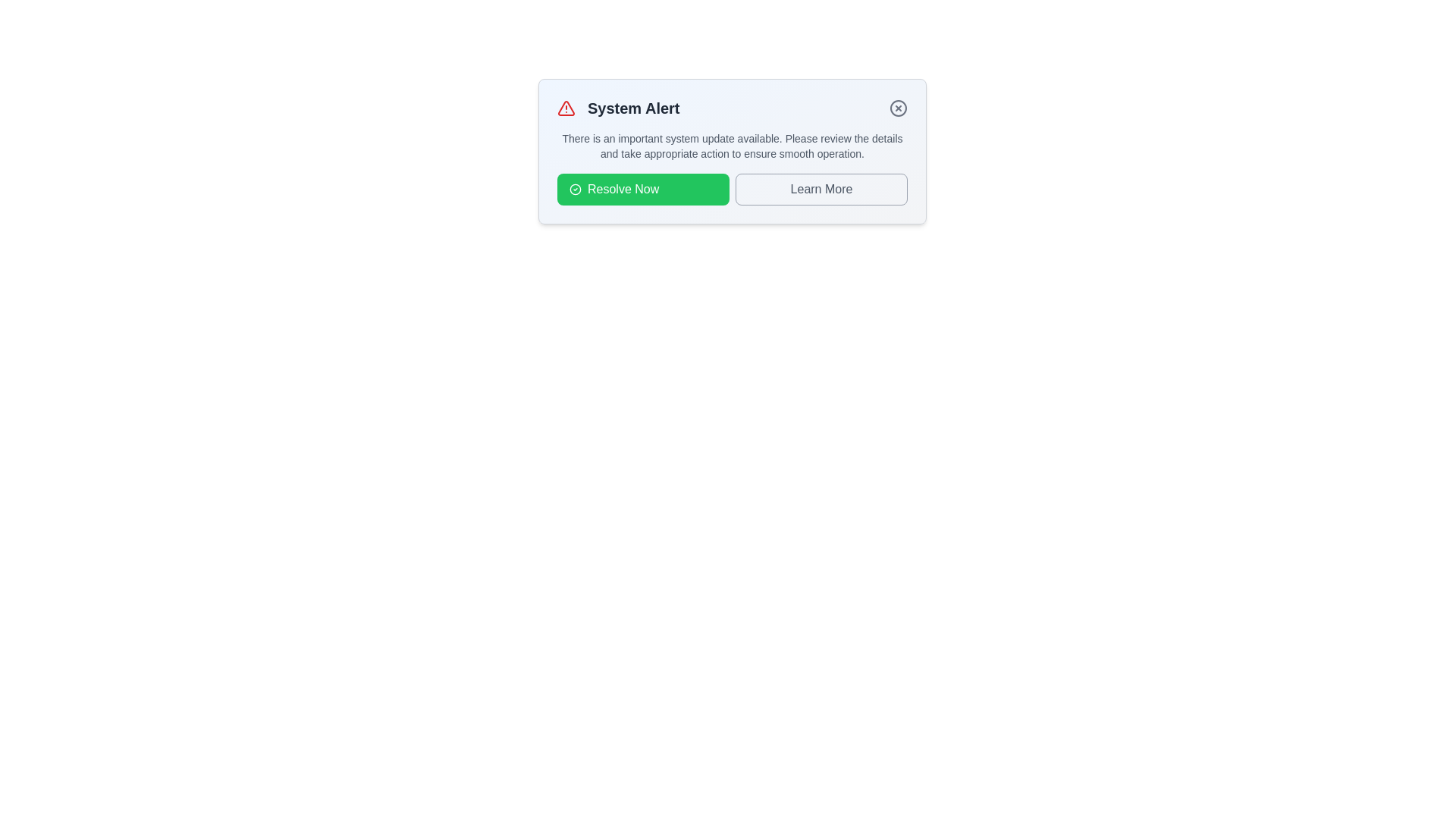 This screenshot has height=819, width=1456. I want to click on the 'Resolve Now' button to address the alert, so click(643, 189).